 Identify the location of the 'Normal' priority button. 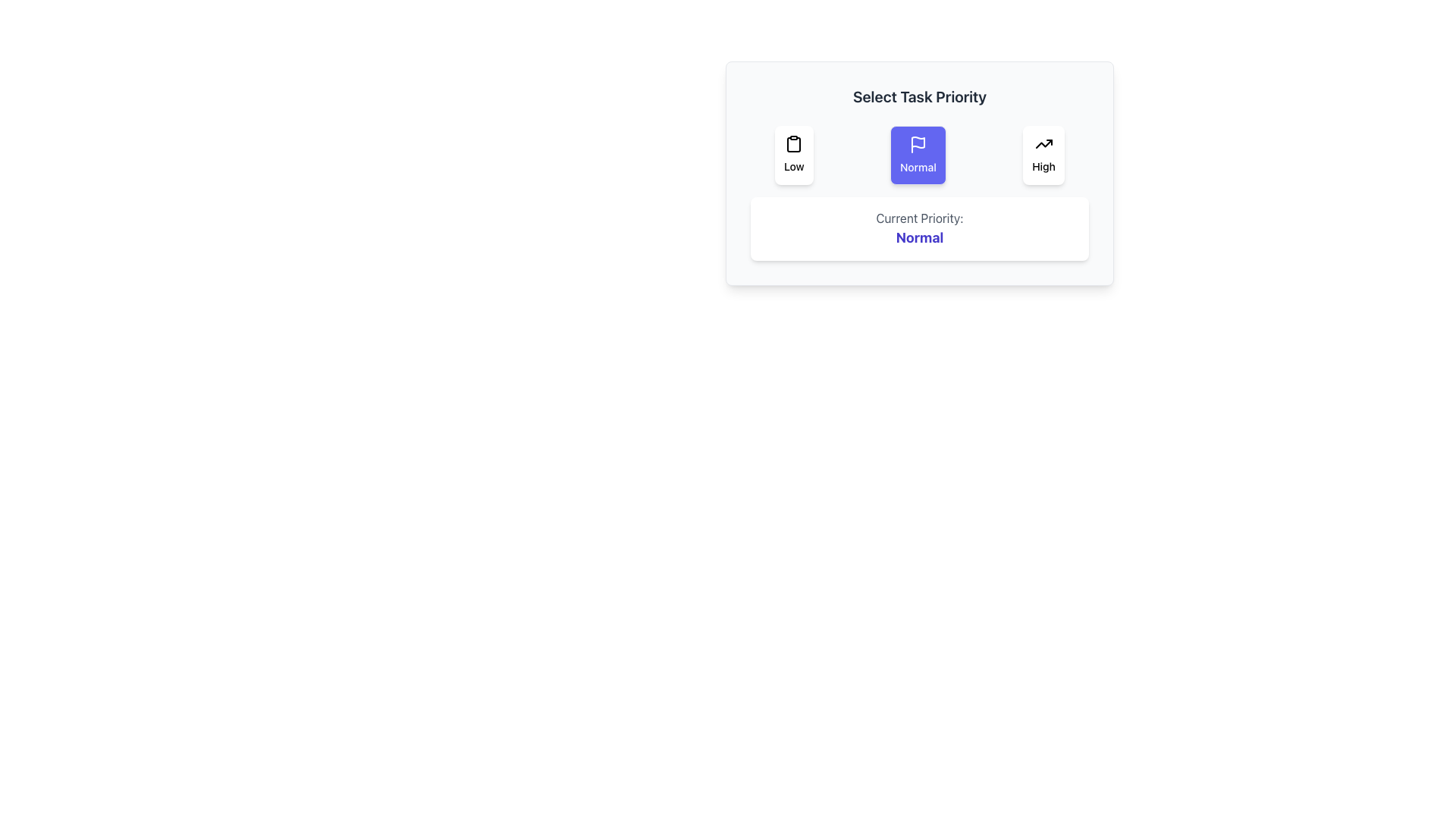
(919, 172).